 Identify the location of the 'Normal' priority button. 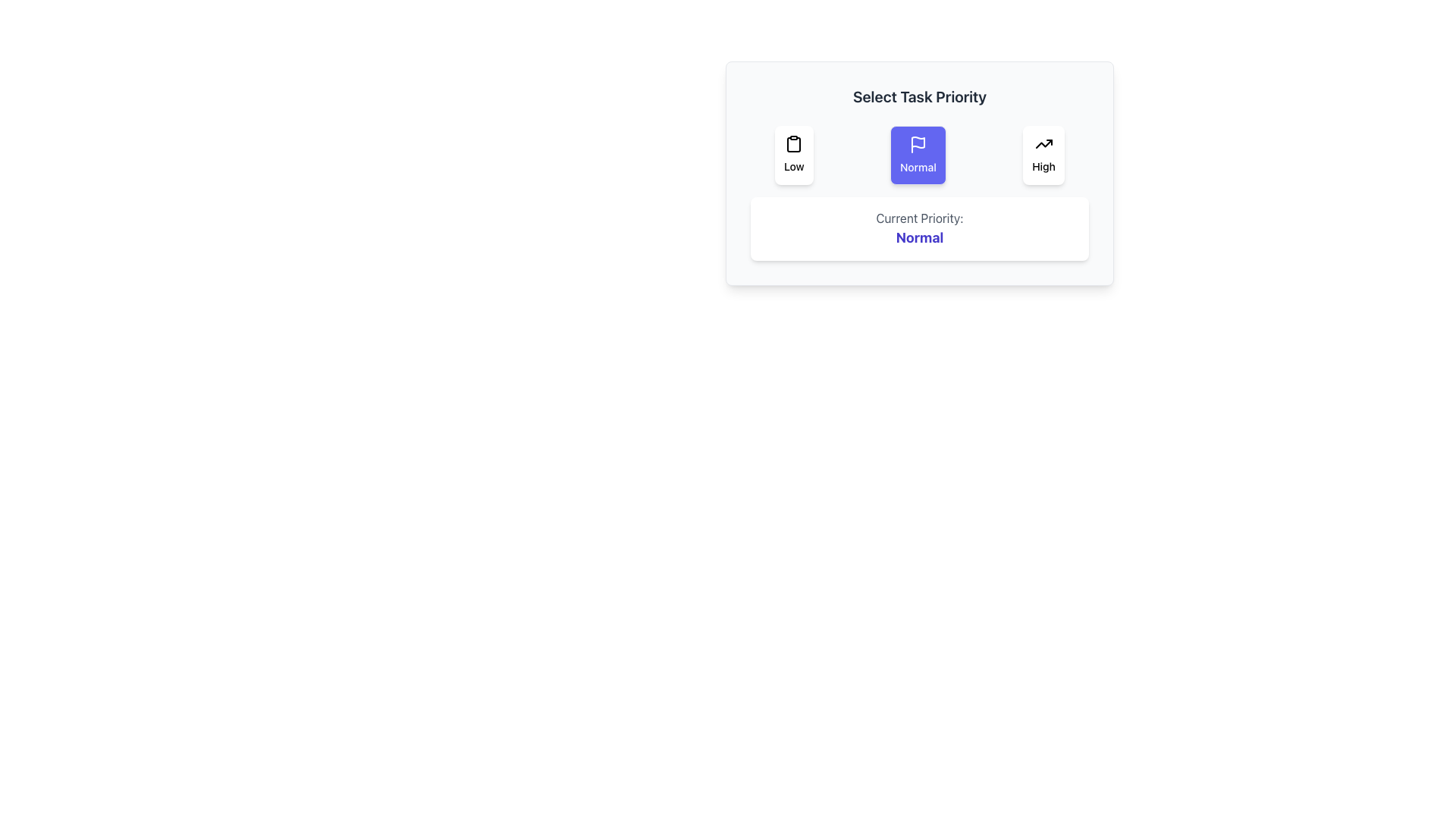
(919, 172).